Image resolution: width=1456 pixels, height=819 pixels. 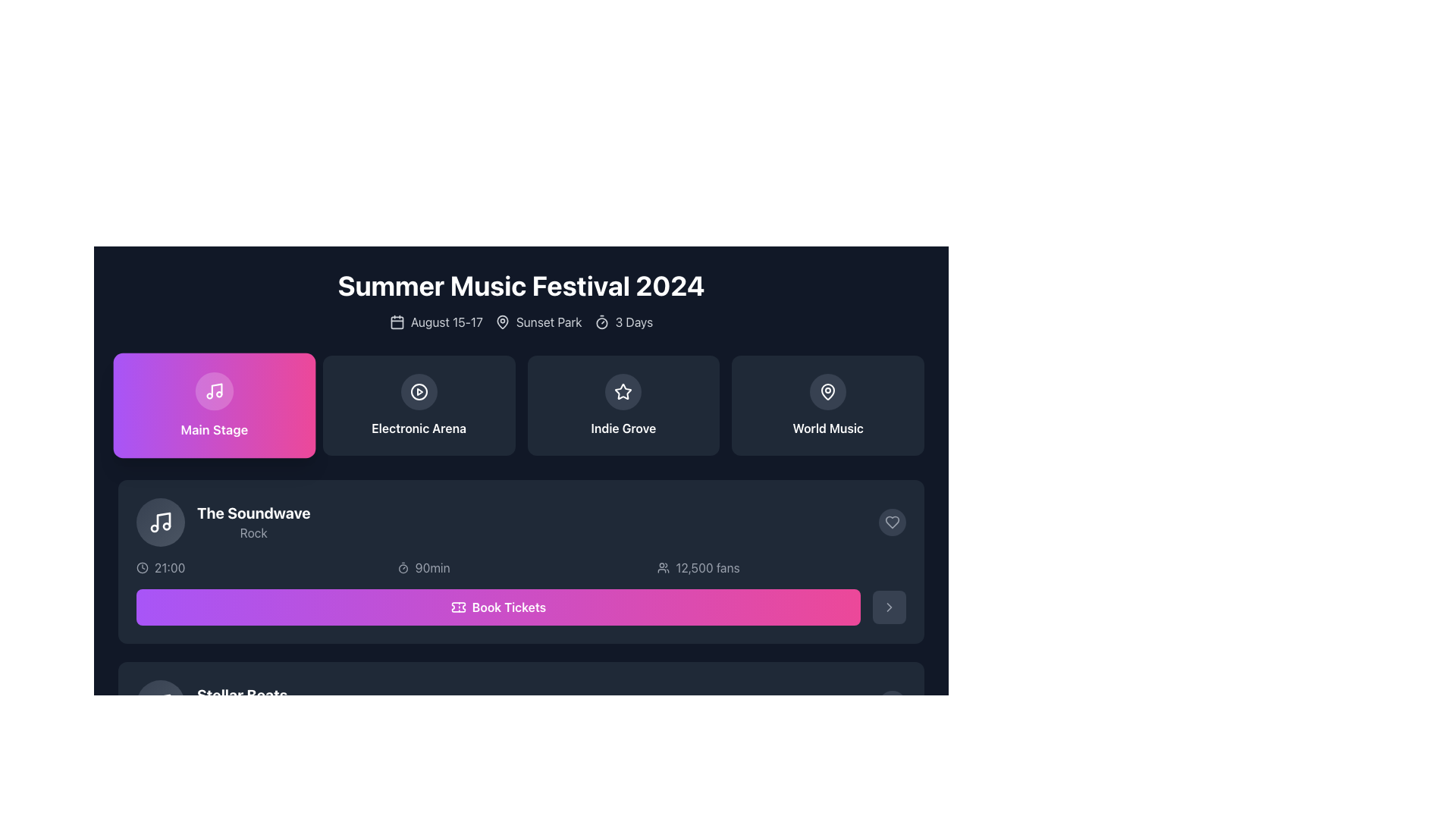 I want to click on the outer circle of the 'Play' button icon in the 'Electronic Arena' section, located below the title 'Summer Music Festival 2024', so click(x=419, y=391).